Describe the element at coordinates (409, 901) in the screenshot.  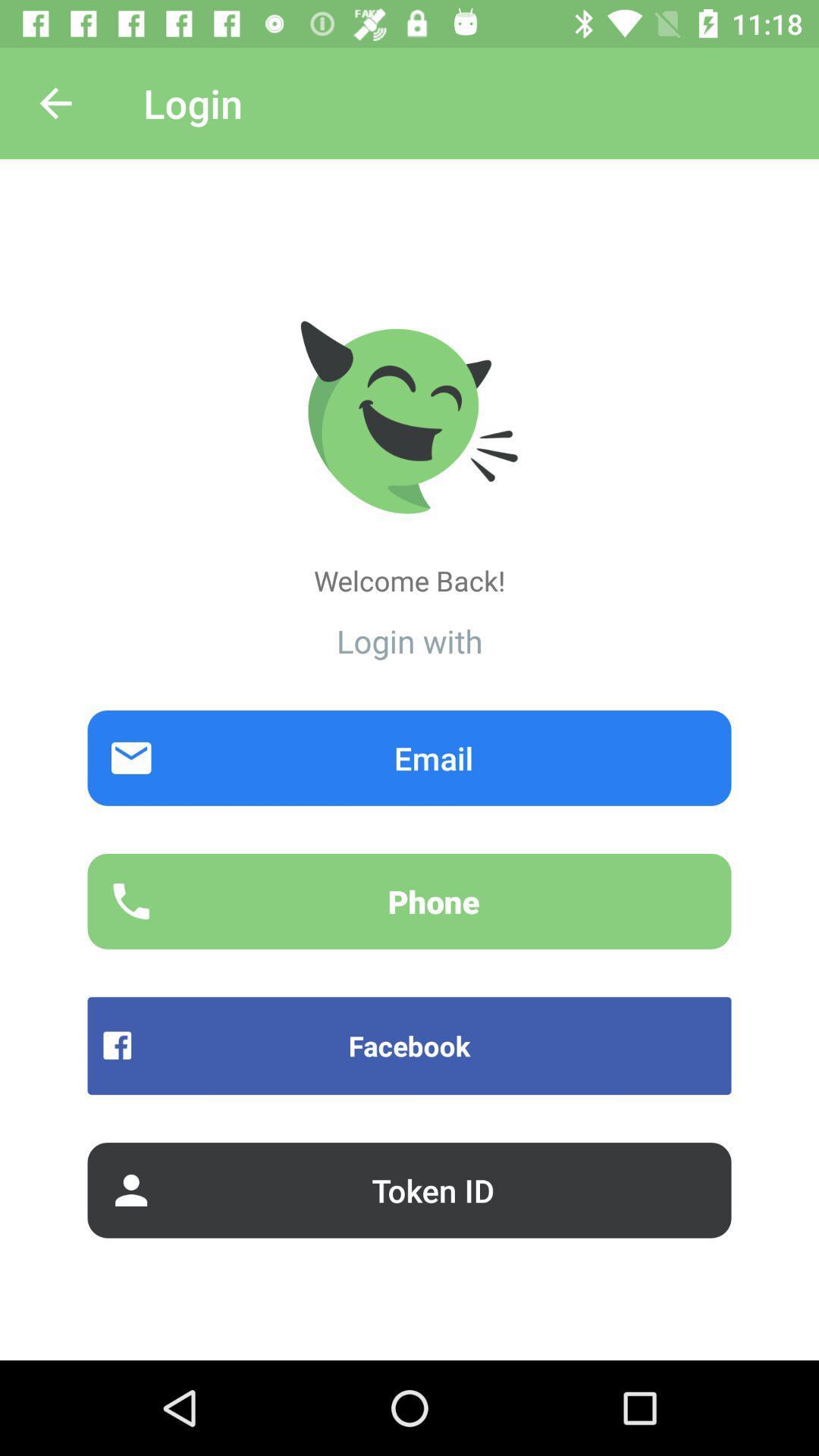
I see `the icon below email item` at that location.